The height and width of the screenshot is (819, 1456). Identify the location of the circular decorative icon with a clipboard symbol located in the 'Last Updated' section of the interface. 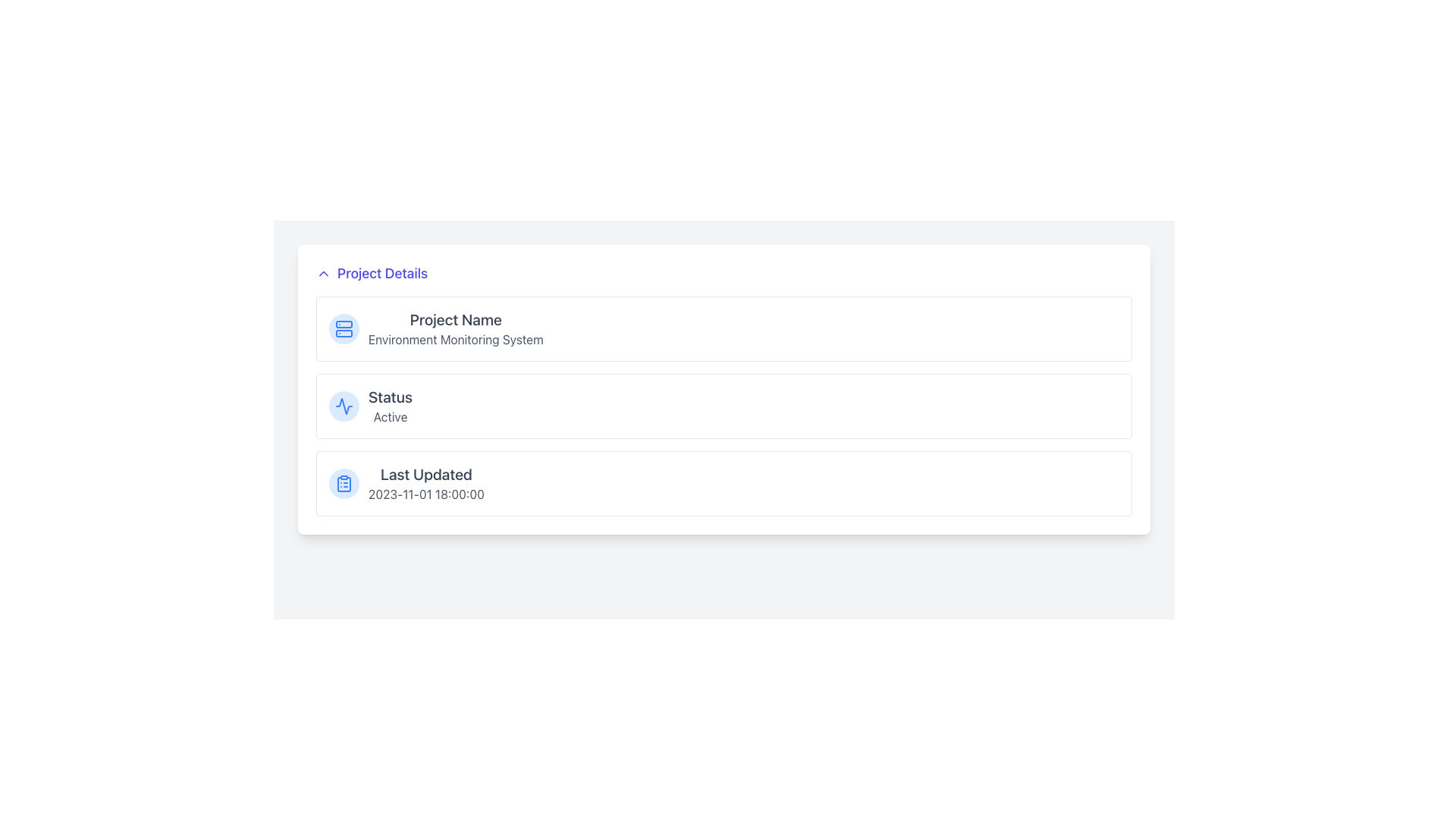
(344, 483).